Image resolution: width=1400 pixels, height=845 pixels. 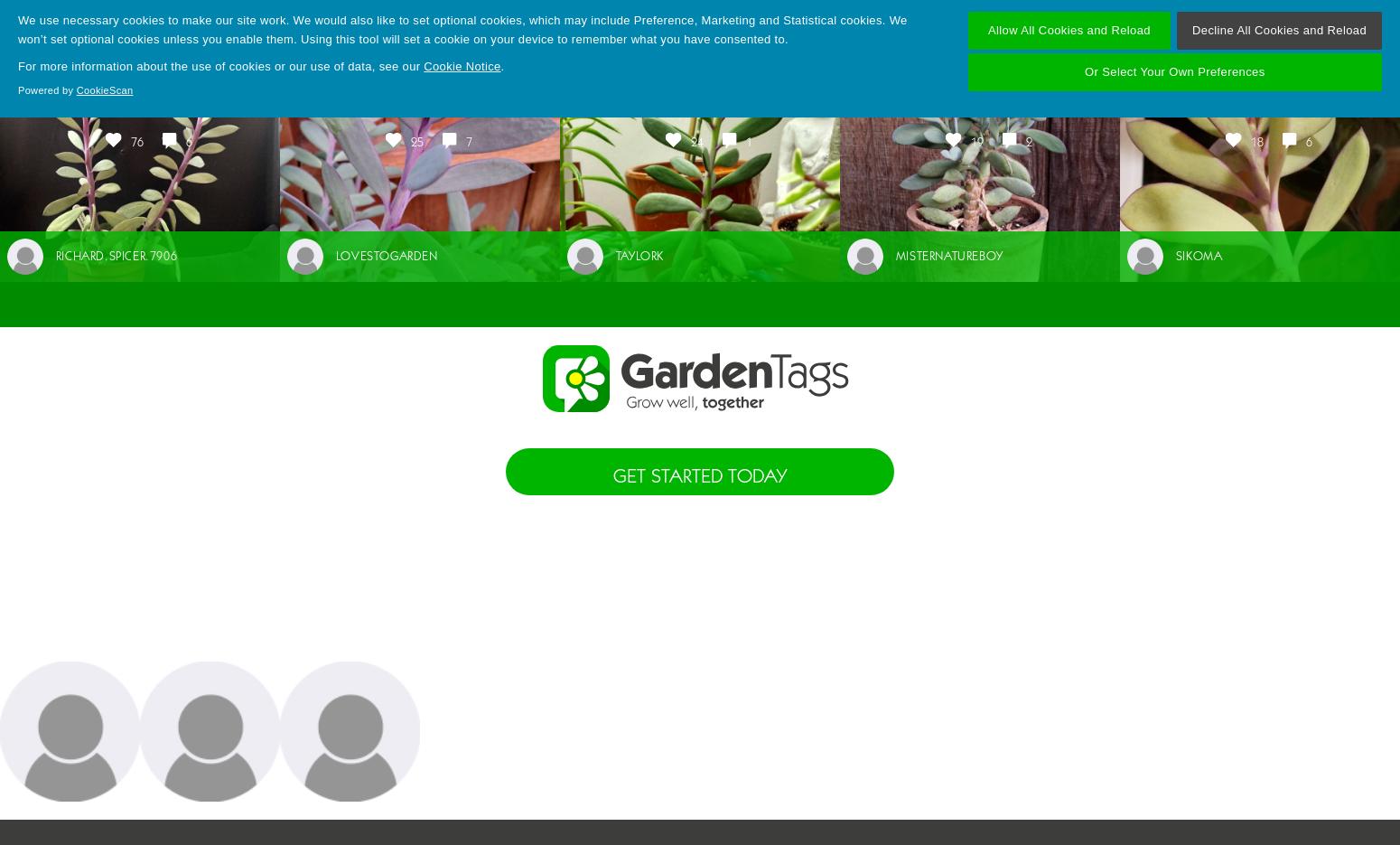 I want to click on '18', so click(x=1256, y=141).